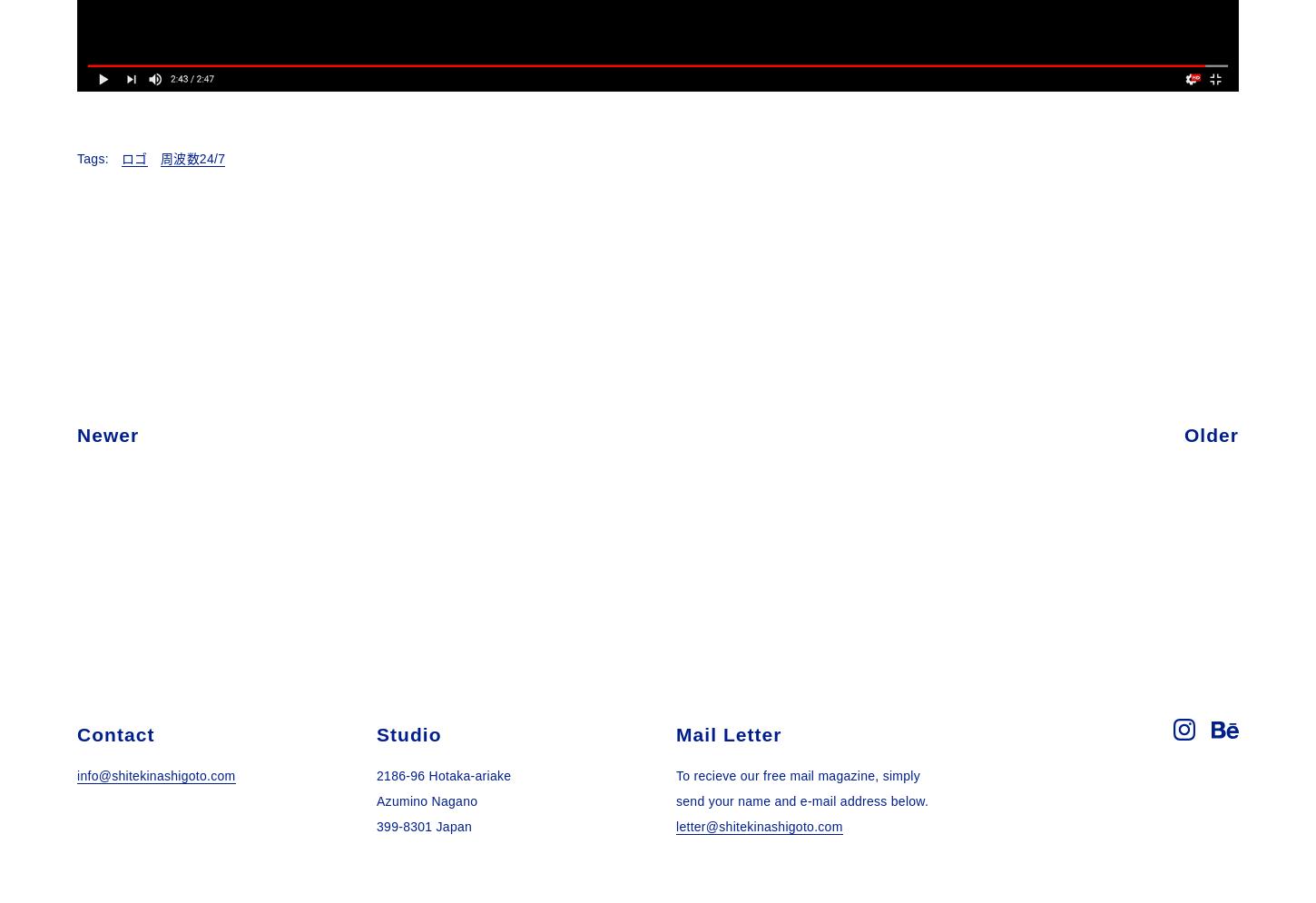 The image size is (1316, 903). Describe the element at coordinates (443, 775) in the screenshot. I see `'2186-96 Hotaka-ariake'` at that location.